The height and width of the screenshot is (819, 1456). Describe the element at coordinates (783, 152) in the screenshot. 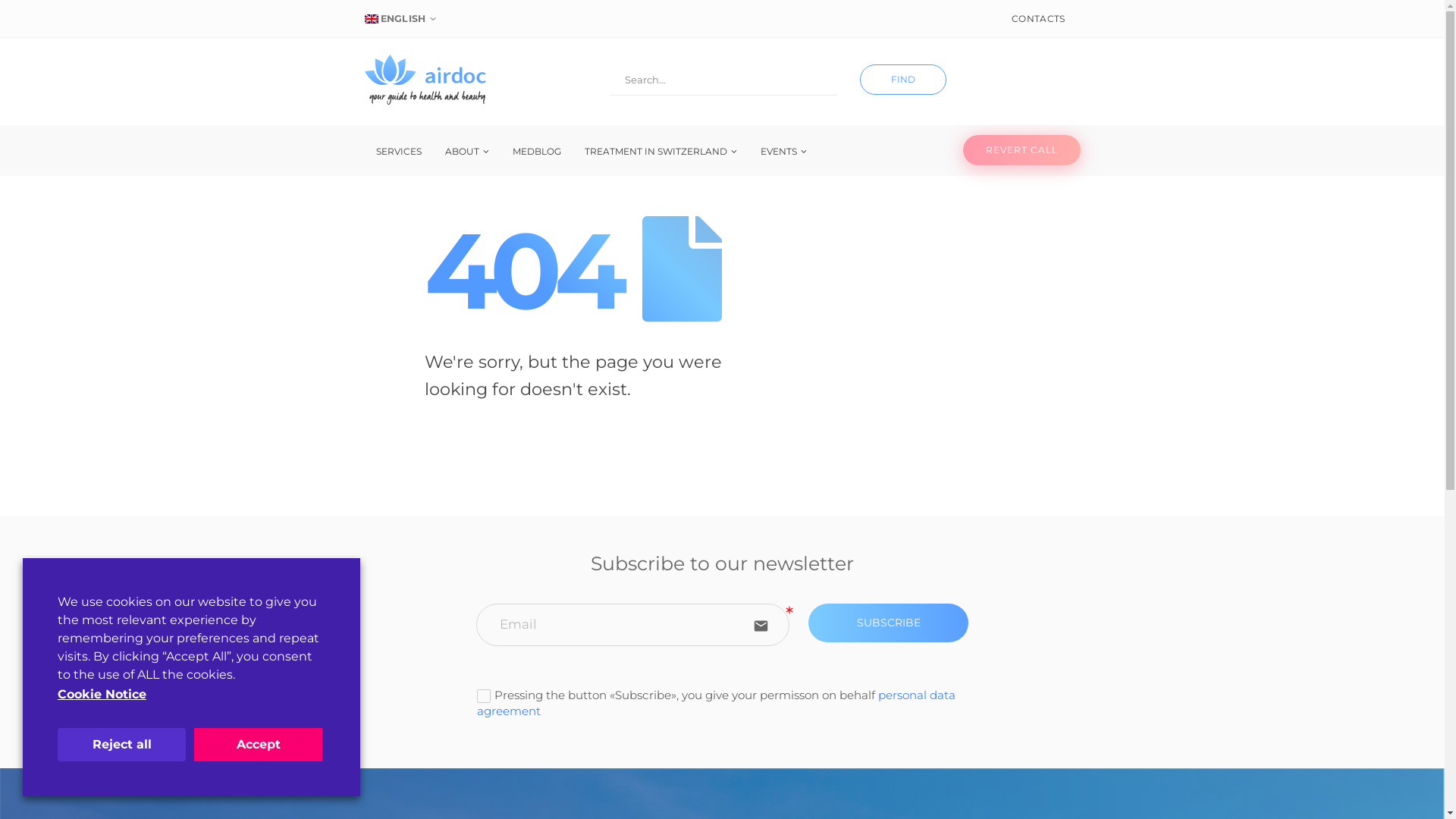

I see `'EVENTS'` at that location.